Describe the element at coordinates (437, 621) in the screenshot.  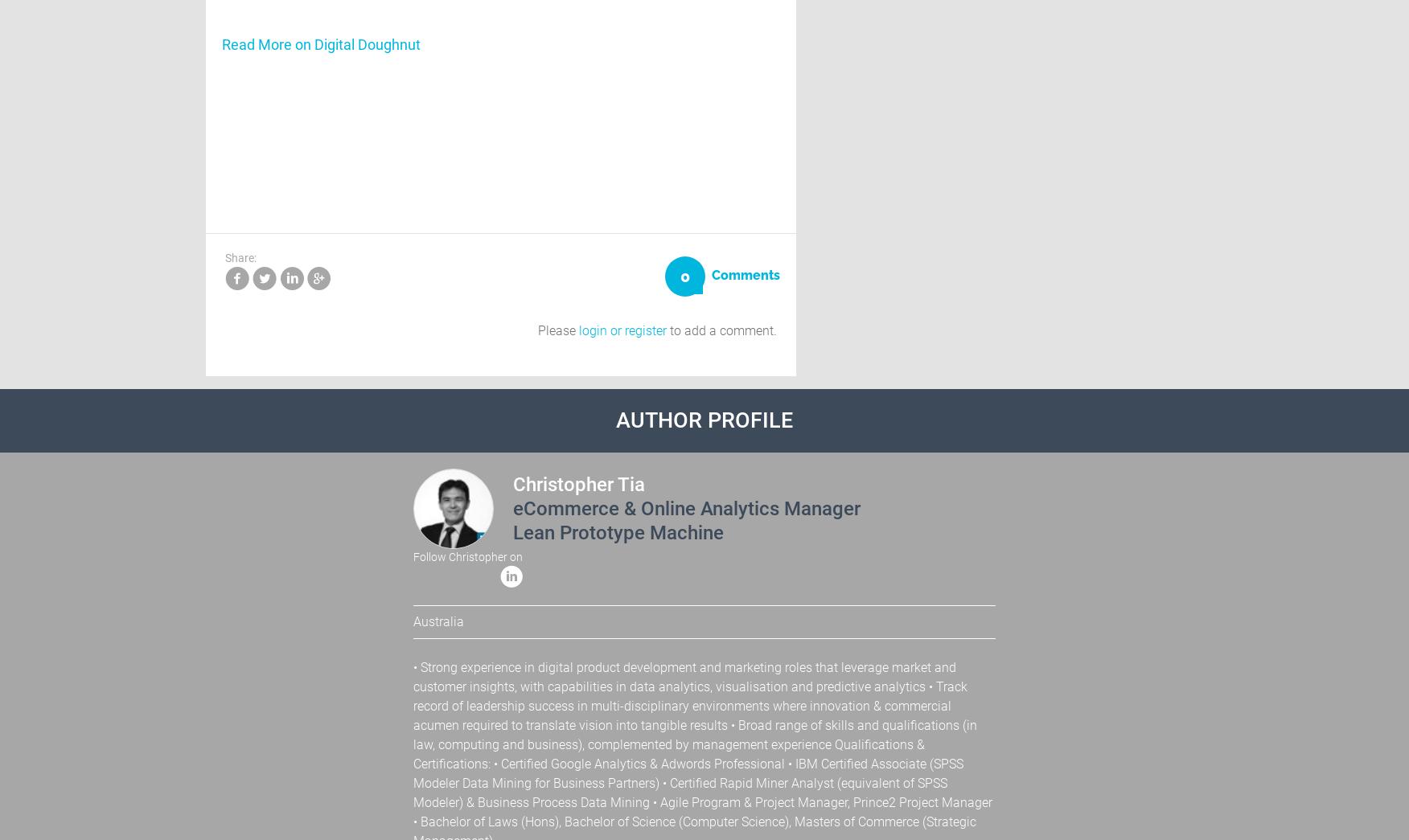
I see `'Australia'` at that location.